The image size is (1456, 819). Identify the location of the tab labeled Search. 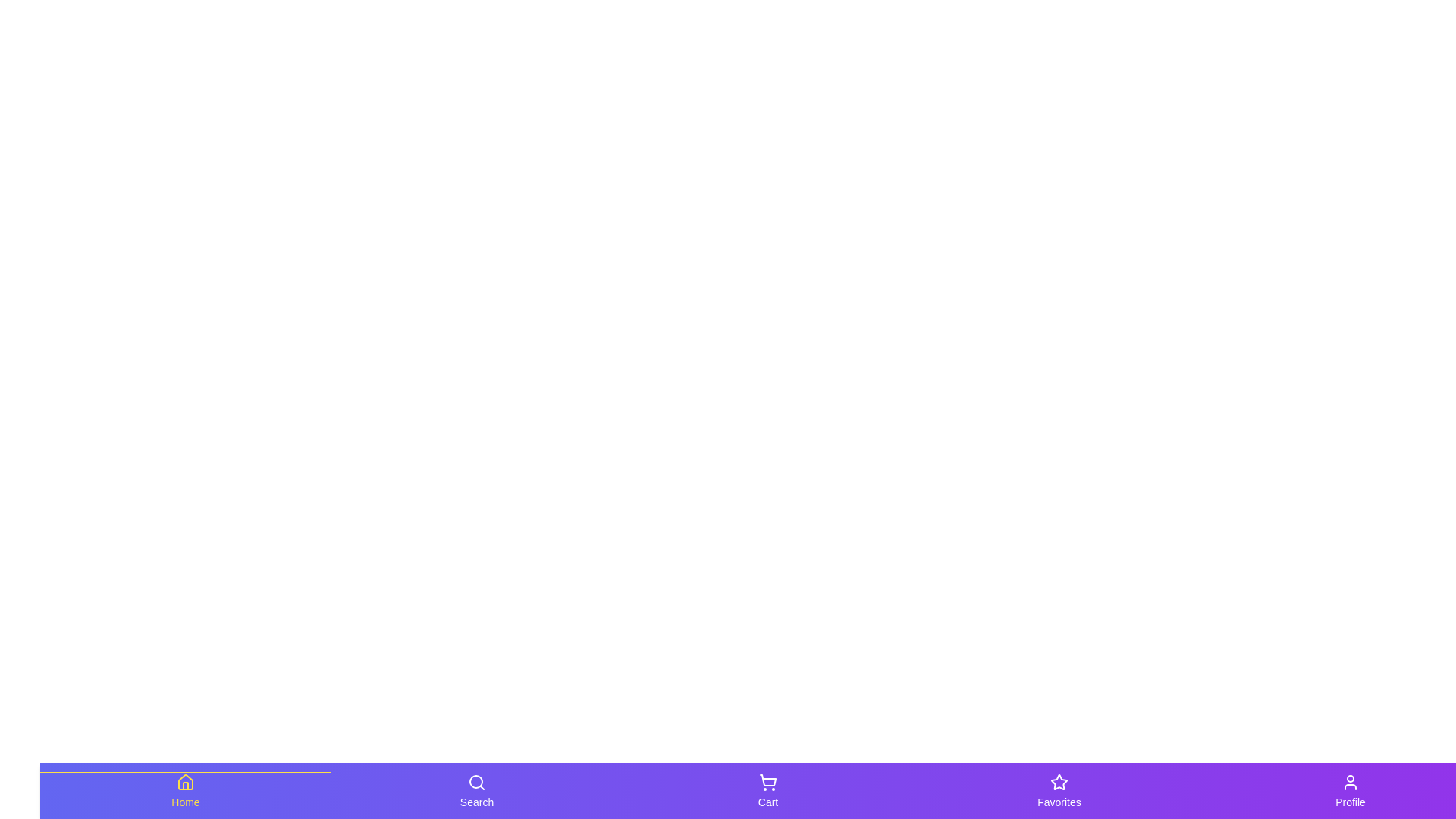
(475, 789).